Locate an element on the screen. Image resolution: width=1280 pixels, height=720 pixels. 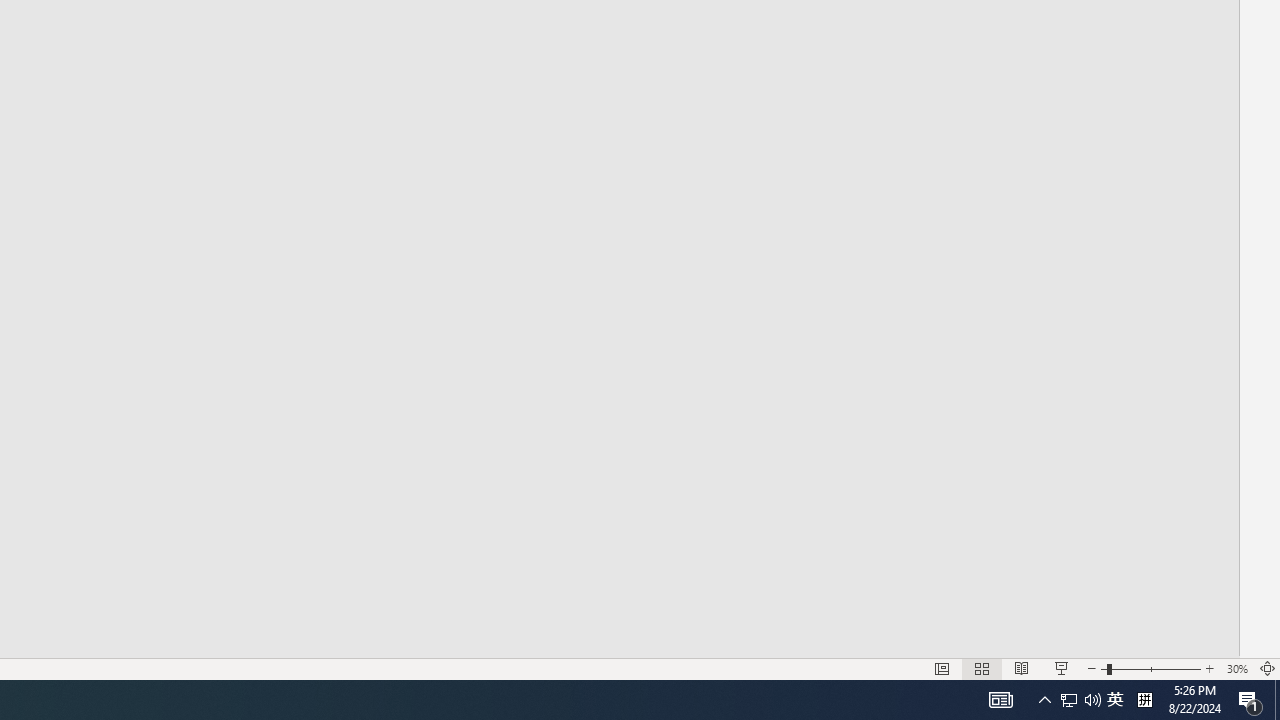
'Zoom 30%' is located at coordinates (1236, 669).